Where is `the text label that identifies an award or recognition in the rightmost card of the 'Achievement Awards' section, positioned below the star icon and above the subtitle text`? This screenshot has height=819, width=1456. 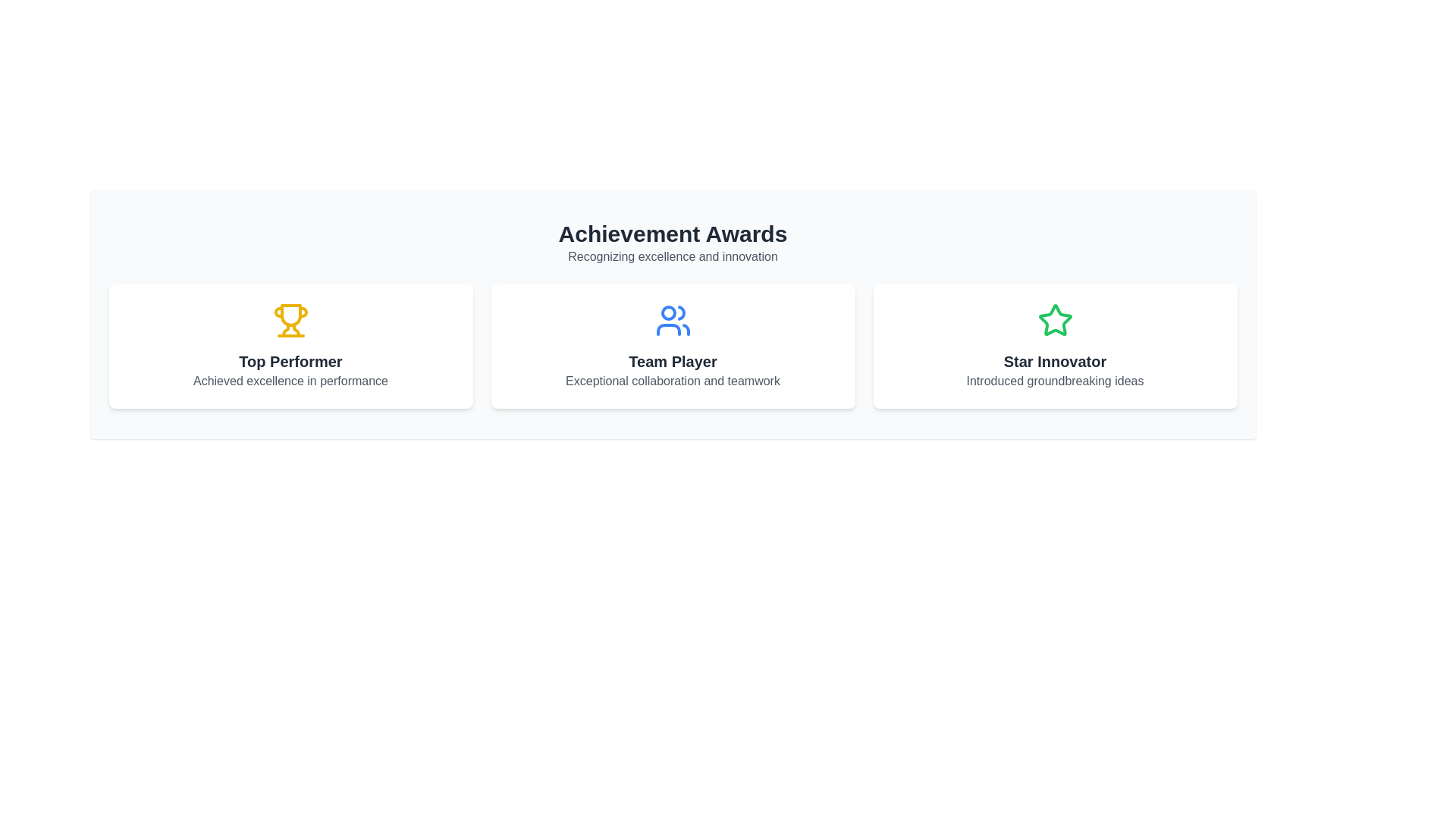
the text label that identifies an award or recognition in the rightmost card of the 'Achievement Awards' section, positioned below the star icon and above the subtitle text is located at coordinates (1054, 362).